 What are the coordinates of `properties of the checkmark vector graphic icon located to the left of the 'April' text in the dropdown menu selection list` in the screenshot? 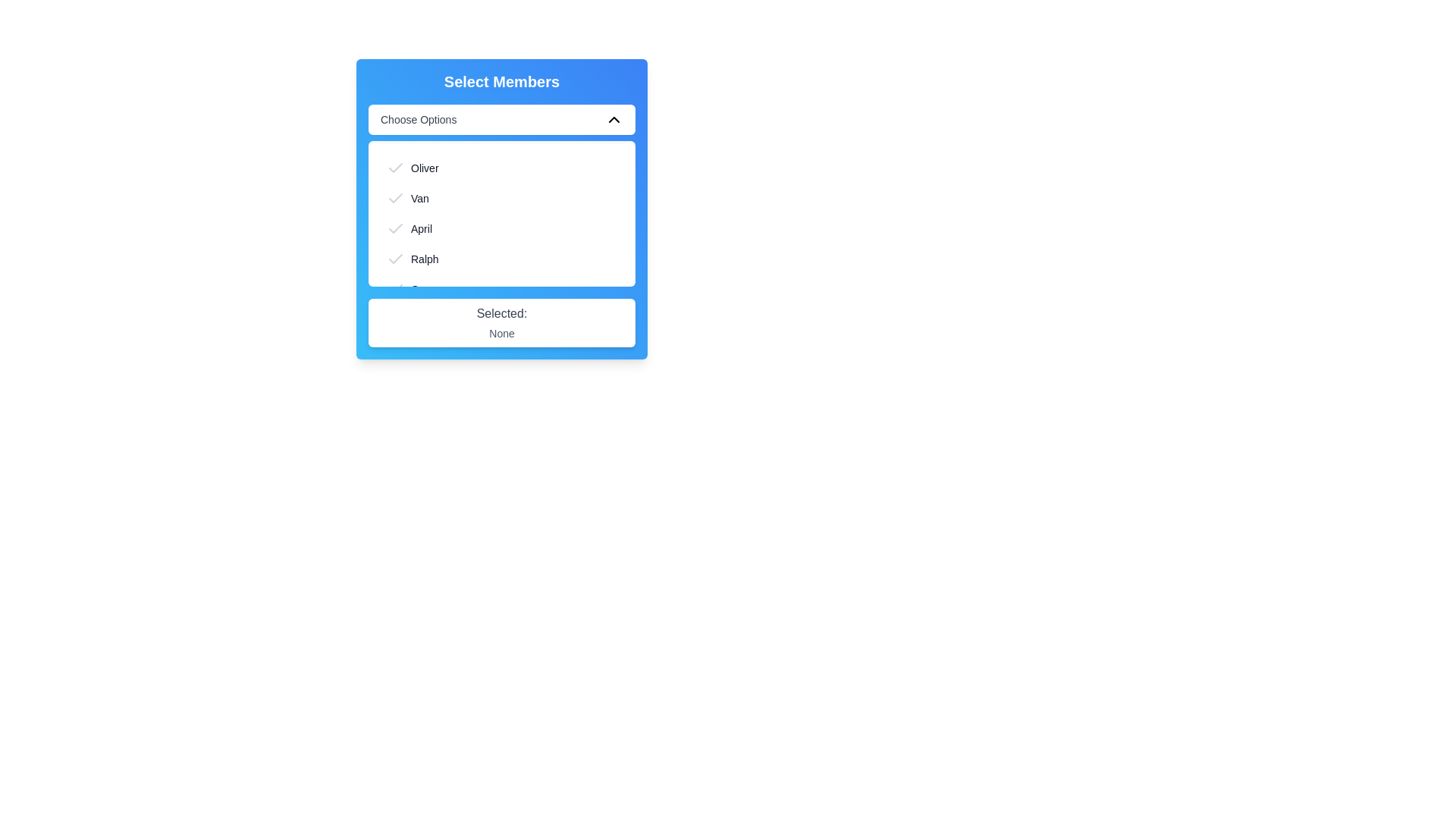 It's located at (396, 228).